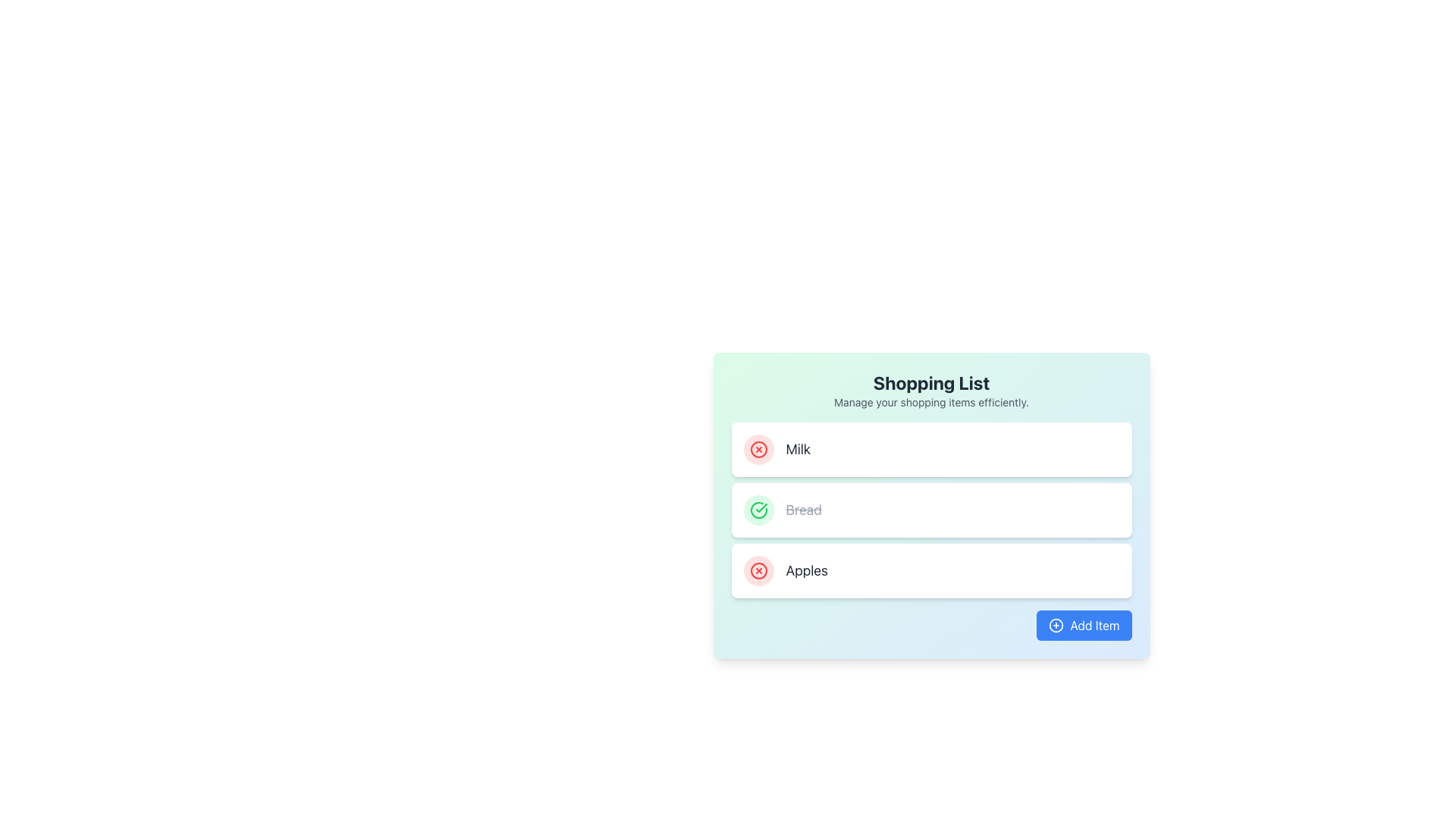 This screenshot has height=819, width=1456. Describe the element at coordinates (777, 449) in the screenshot. I see `the 'Milk' list item in the 'Shopping List'` at that location.